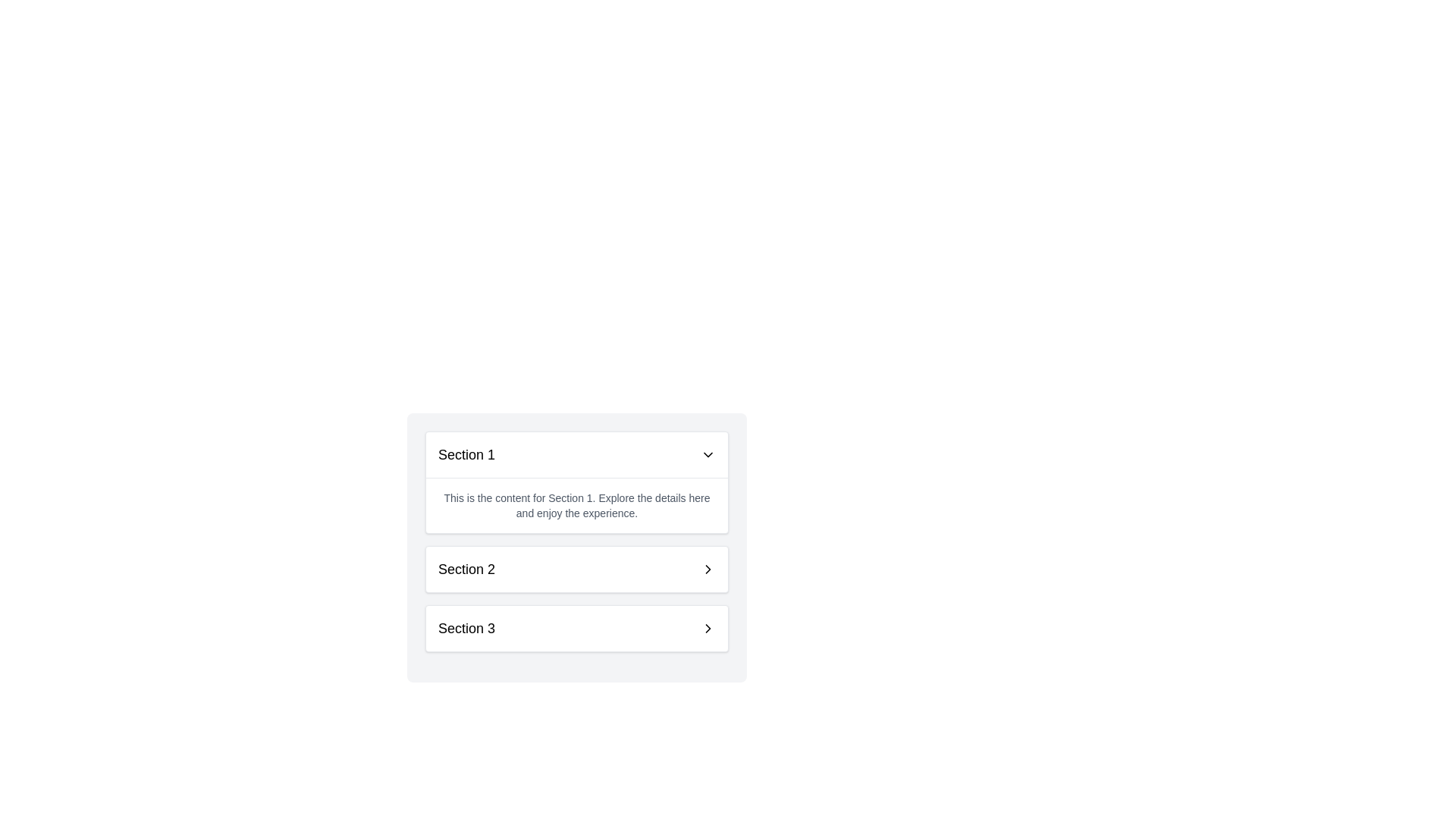  Describe the element at coordinates (708, 570) in the screenshot. I see `the Chevron icon button (SVG element) located on the right side of 'Section 2'` at that location.